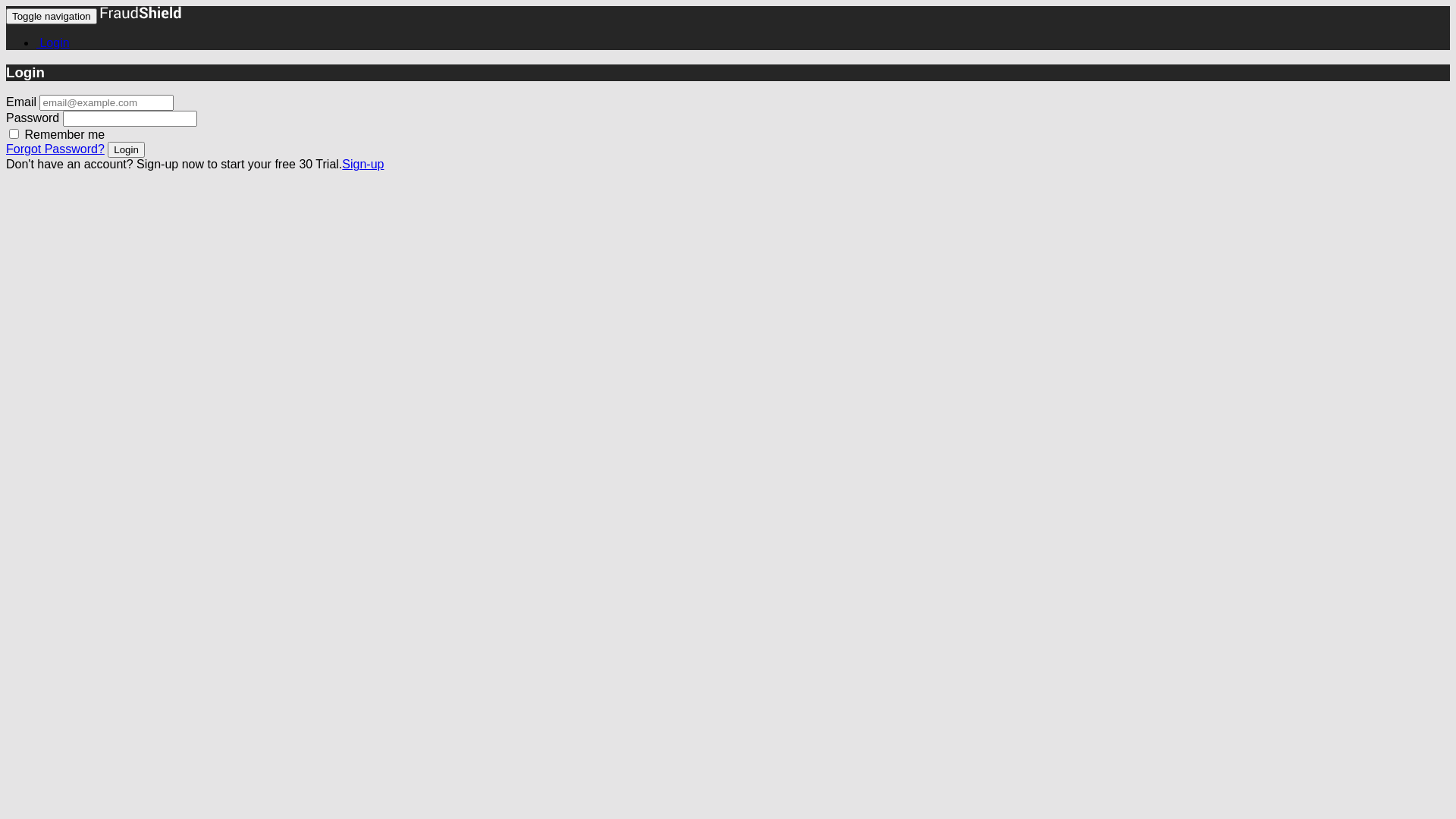  Describe the element at coordinates (36, 42) in the screenshot. I see `' Login'` at that location.